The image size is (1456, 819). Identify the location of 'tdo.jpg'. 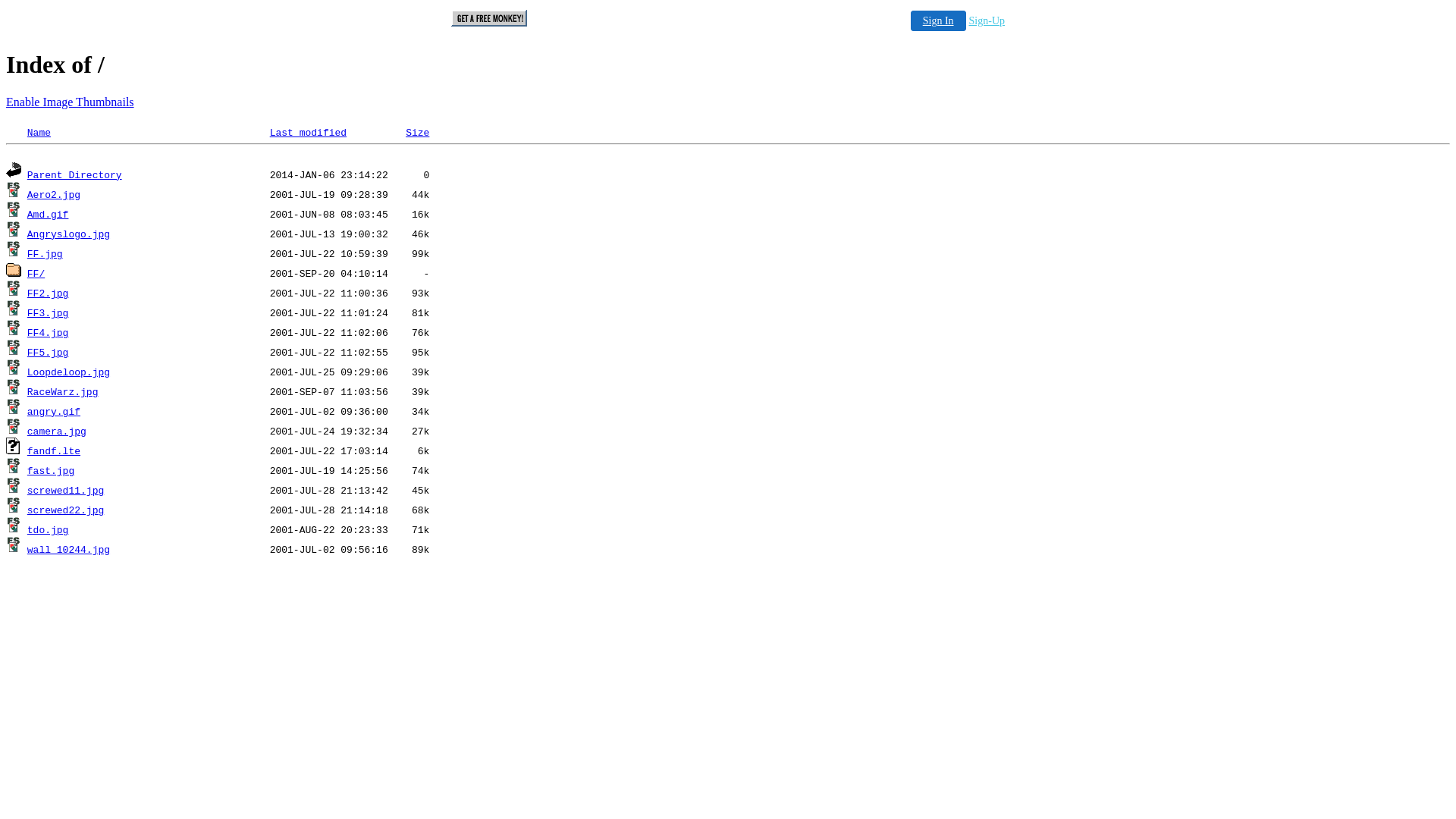
(27, 529).